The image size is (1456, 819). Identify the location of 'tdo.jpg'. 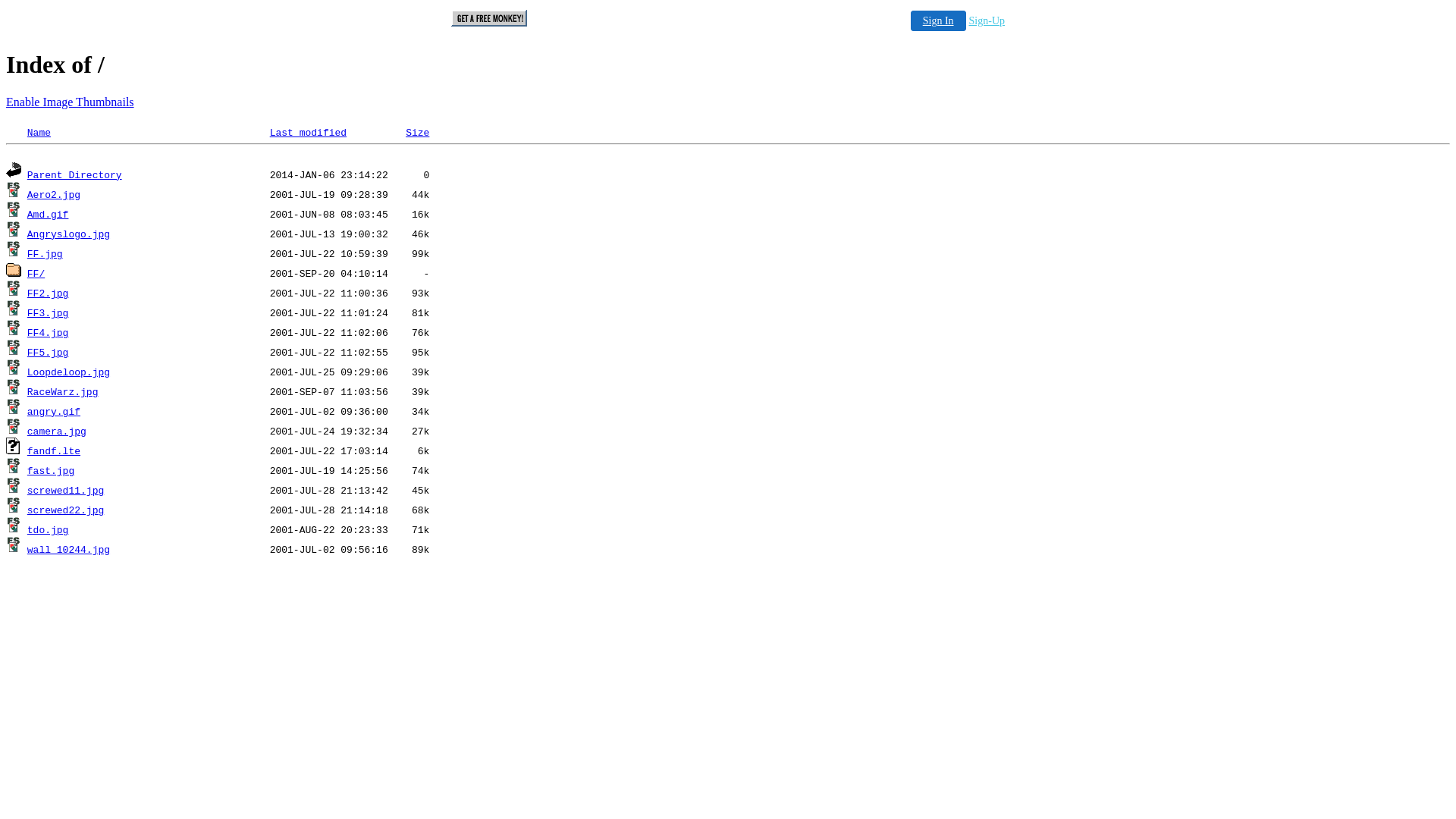
(27, 529).